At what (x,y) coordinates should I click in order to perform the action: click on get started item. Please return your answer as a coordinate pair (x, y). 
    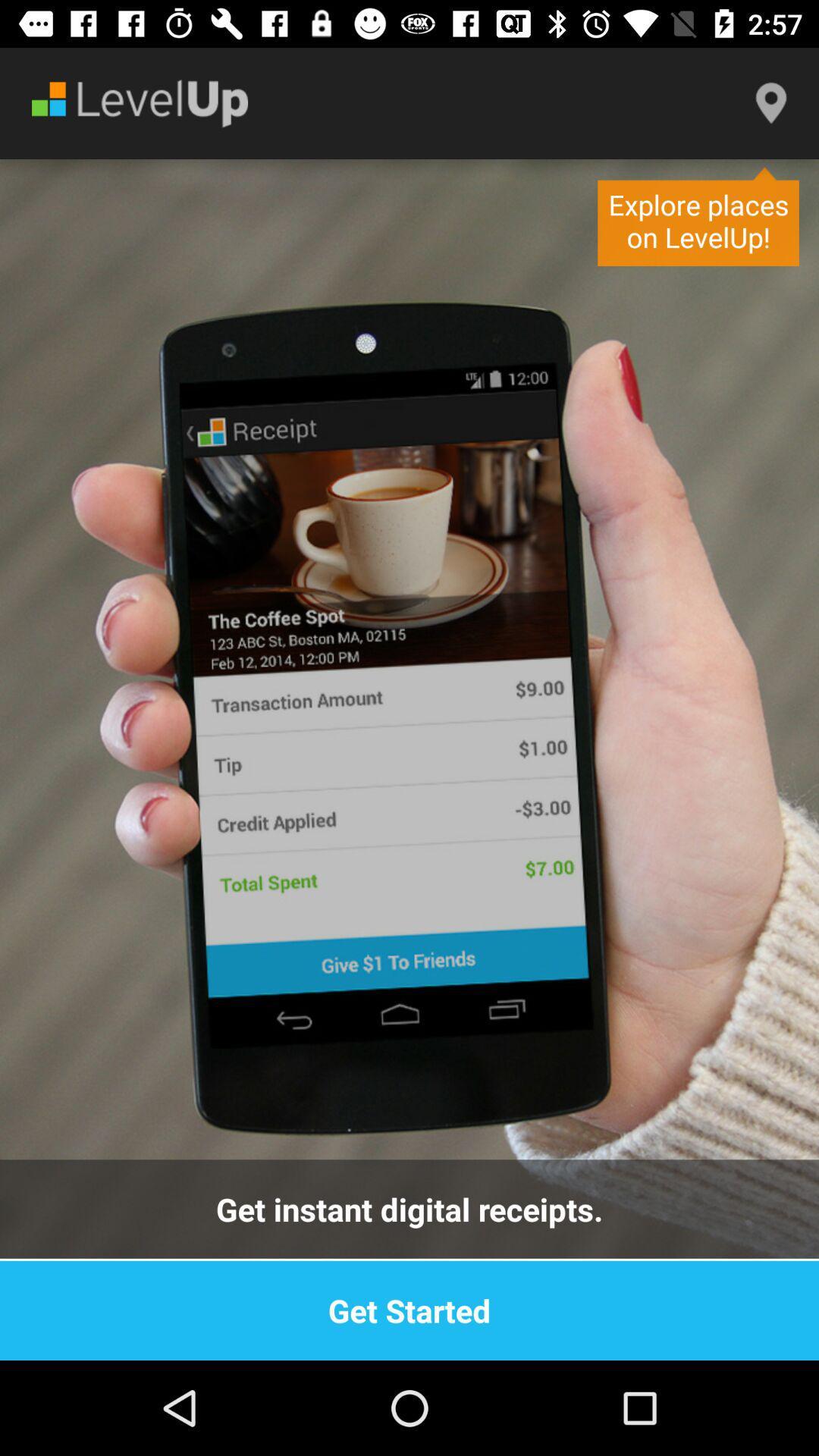
    Looking at the image, I should click on (409, 1310).